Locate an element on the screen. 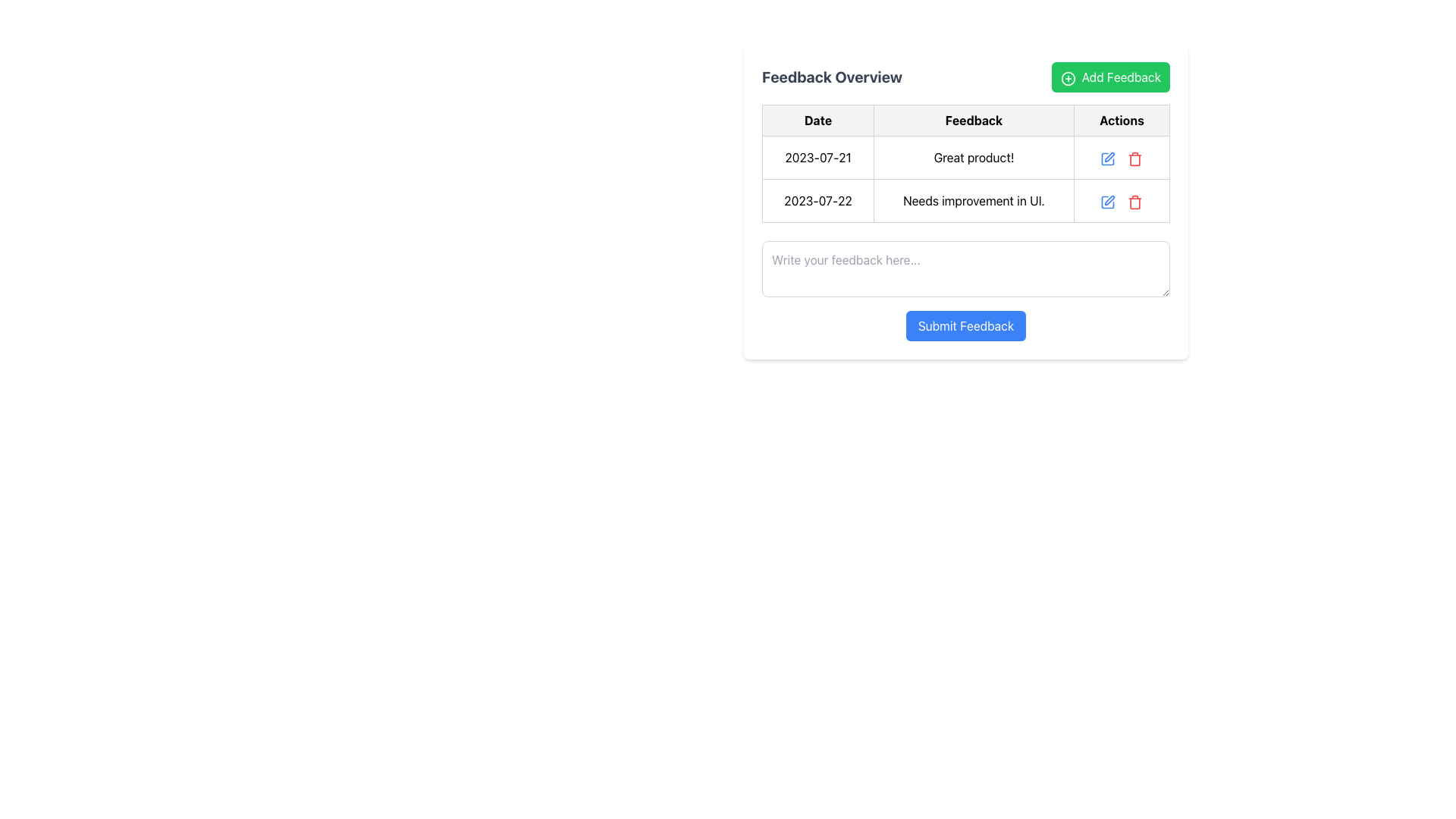 The height and width of the screenshot is (819, 1456). the table cell containing the feedback text 'Needs improvement in UI.' in the 'Feedback Overview' table, located in the second row under the 'Feedback' column is located at coordinates (965, 200).